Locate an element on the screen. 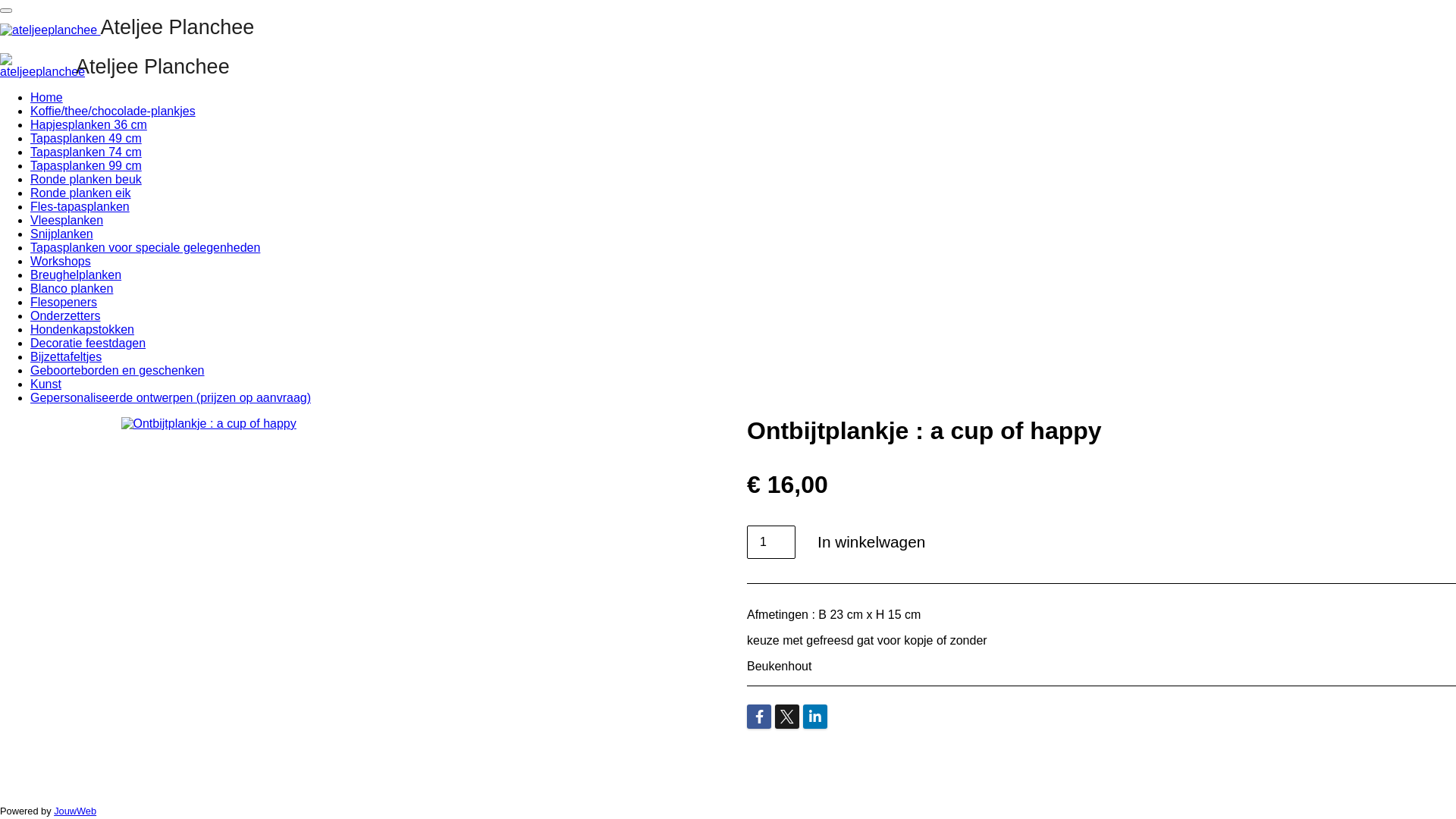  'Vleesplanken' is located at coordinates (30, 220).